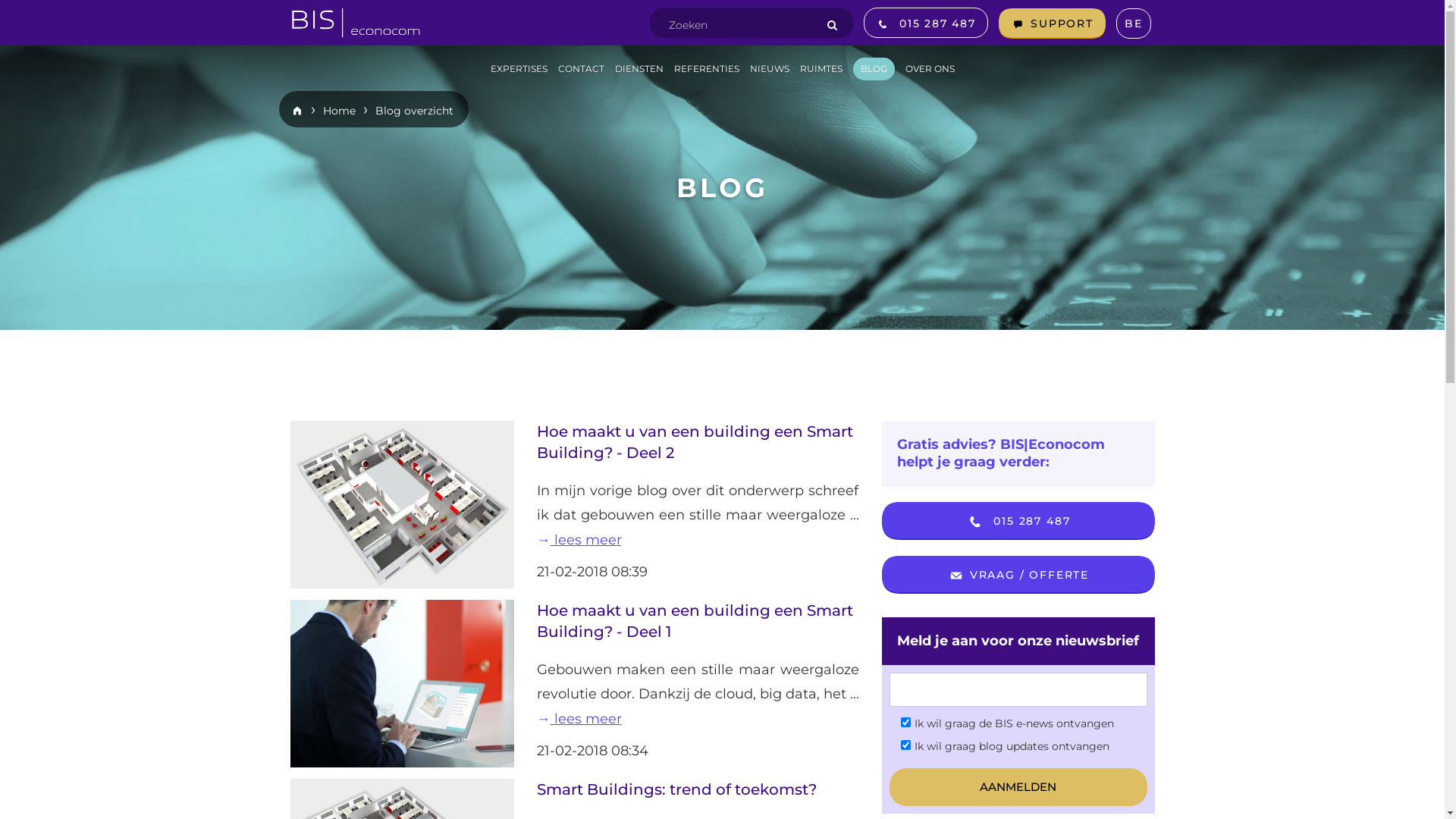 The image size is (1456, 819). Describe the element at coordinates (880, 519) in the screenshot. I see `'015 287 487'` at that location.